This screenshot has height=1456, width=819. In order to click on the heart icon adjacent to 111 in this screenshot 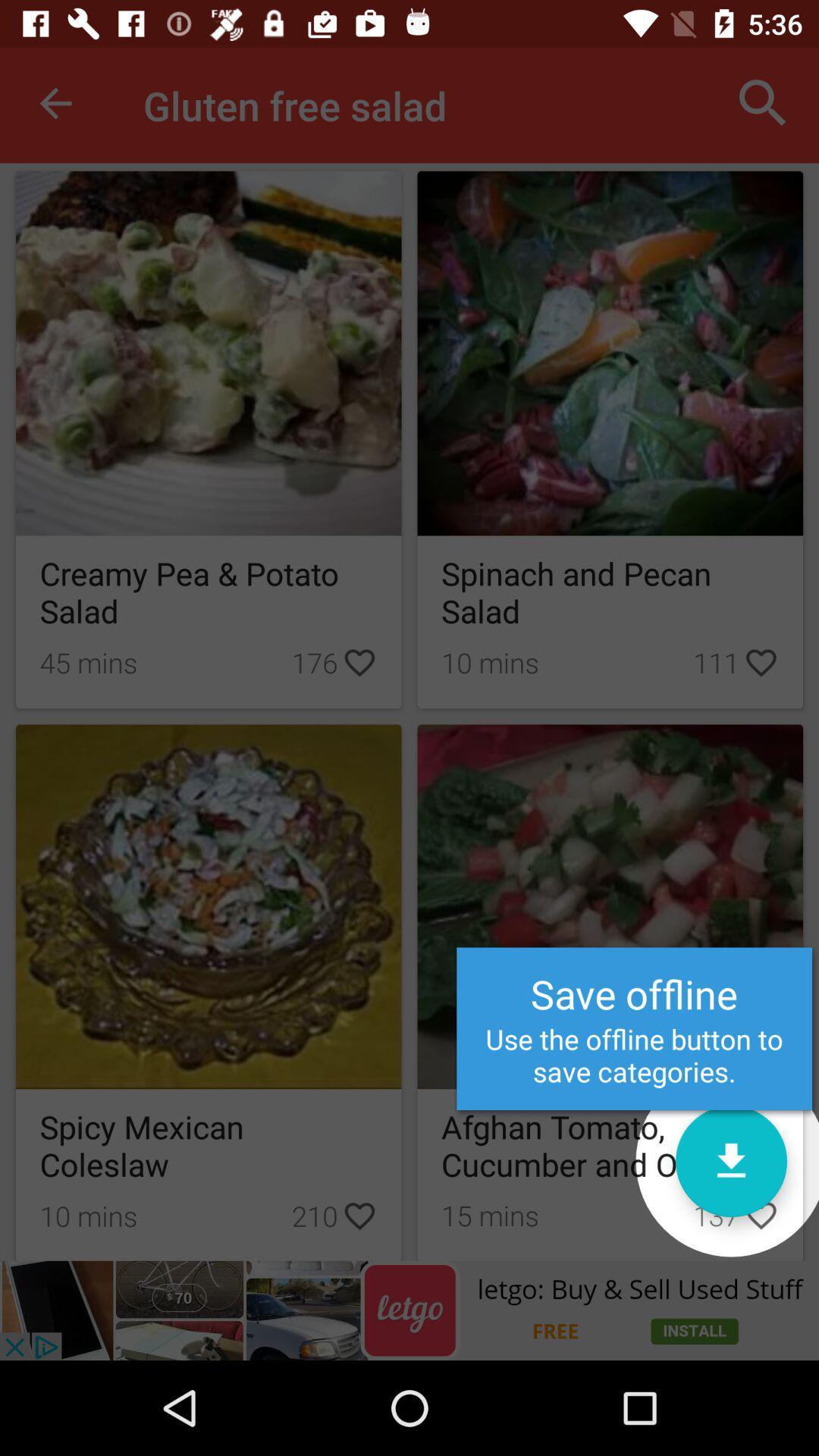, I will do `click(761, 662)`.